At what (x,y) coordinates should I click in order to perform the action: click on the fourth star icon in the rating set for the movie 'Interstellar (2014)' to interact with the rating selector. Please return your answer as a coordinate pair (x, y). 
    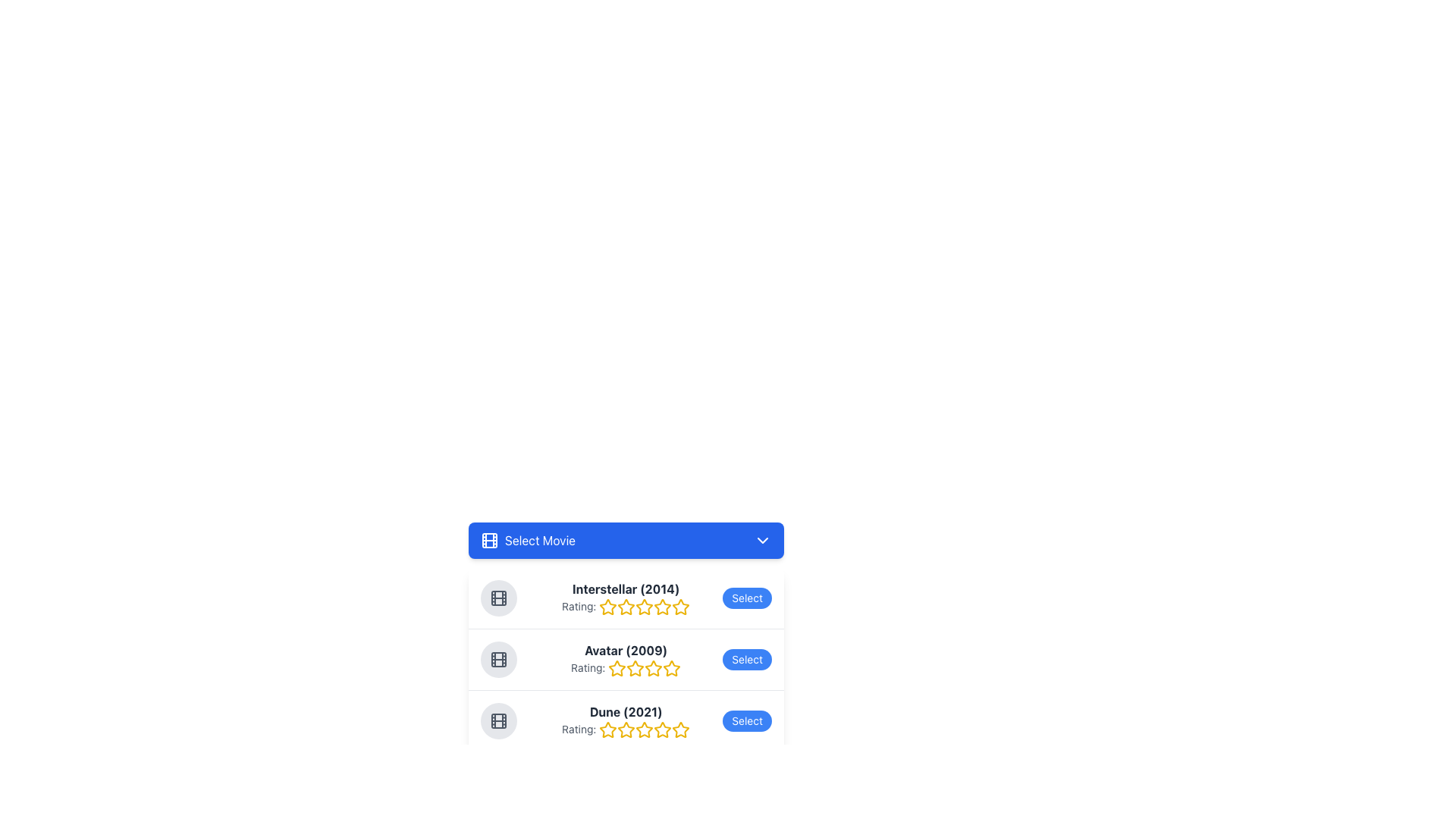
    Looking at the image, I should click on (680, 606).